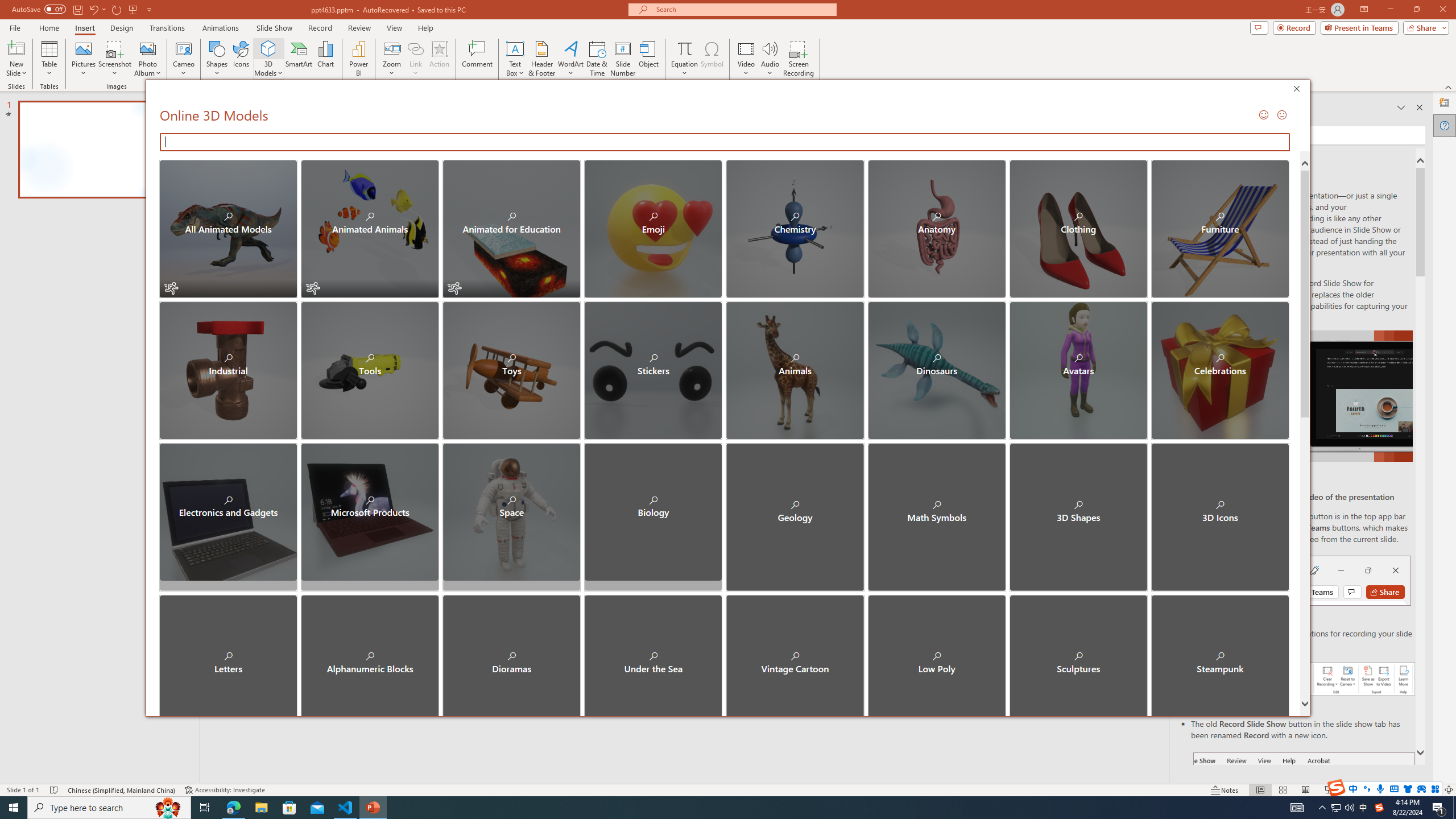  I want to click on 'Screenshot', so click(114, 59).